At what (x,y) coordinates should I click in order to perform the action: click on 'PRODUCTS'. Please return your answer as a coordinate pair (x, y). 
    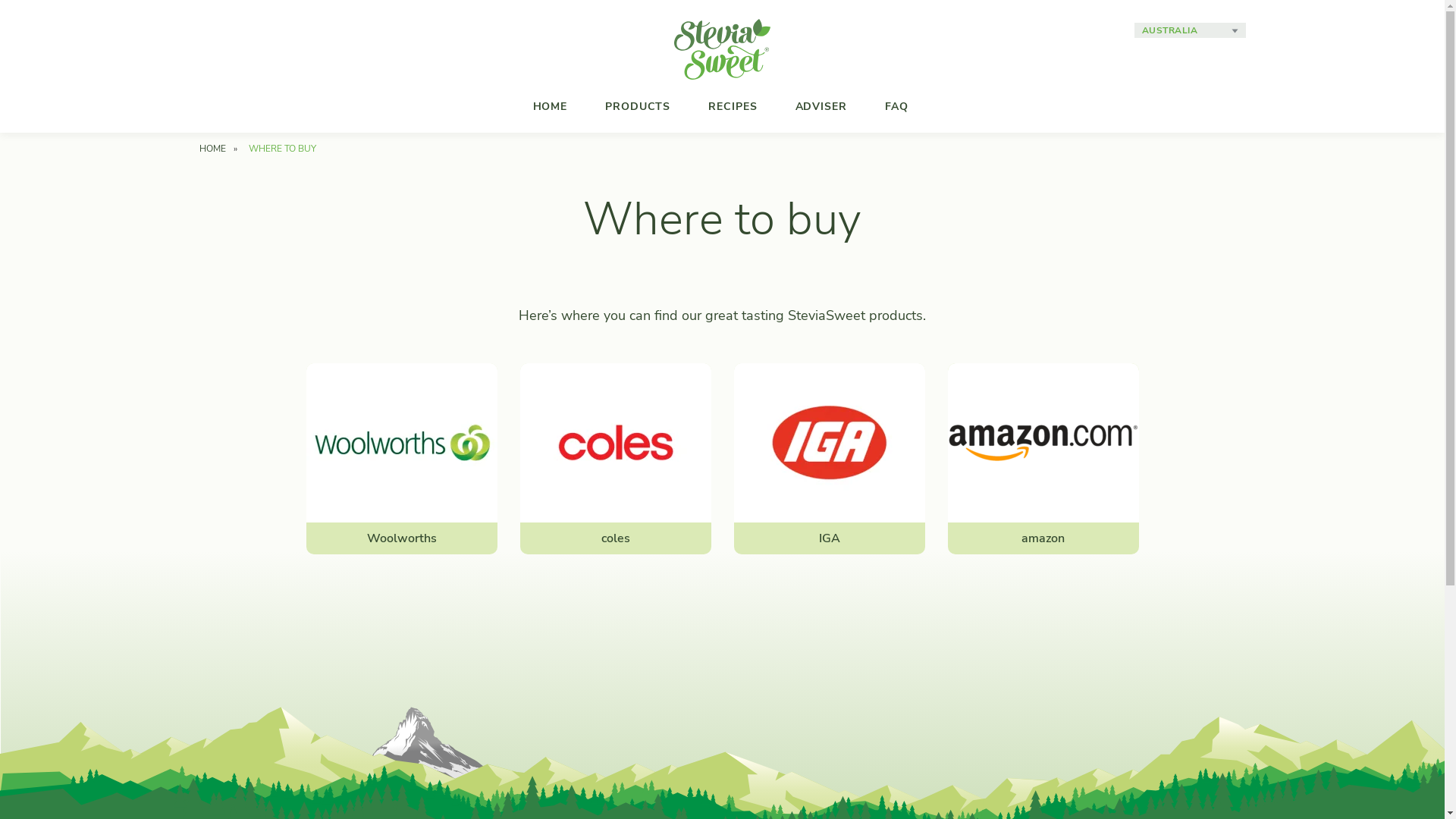
    Looking at the image, I should click on (588, 105).